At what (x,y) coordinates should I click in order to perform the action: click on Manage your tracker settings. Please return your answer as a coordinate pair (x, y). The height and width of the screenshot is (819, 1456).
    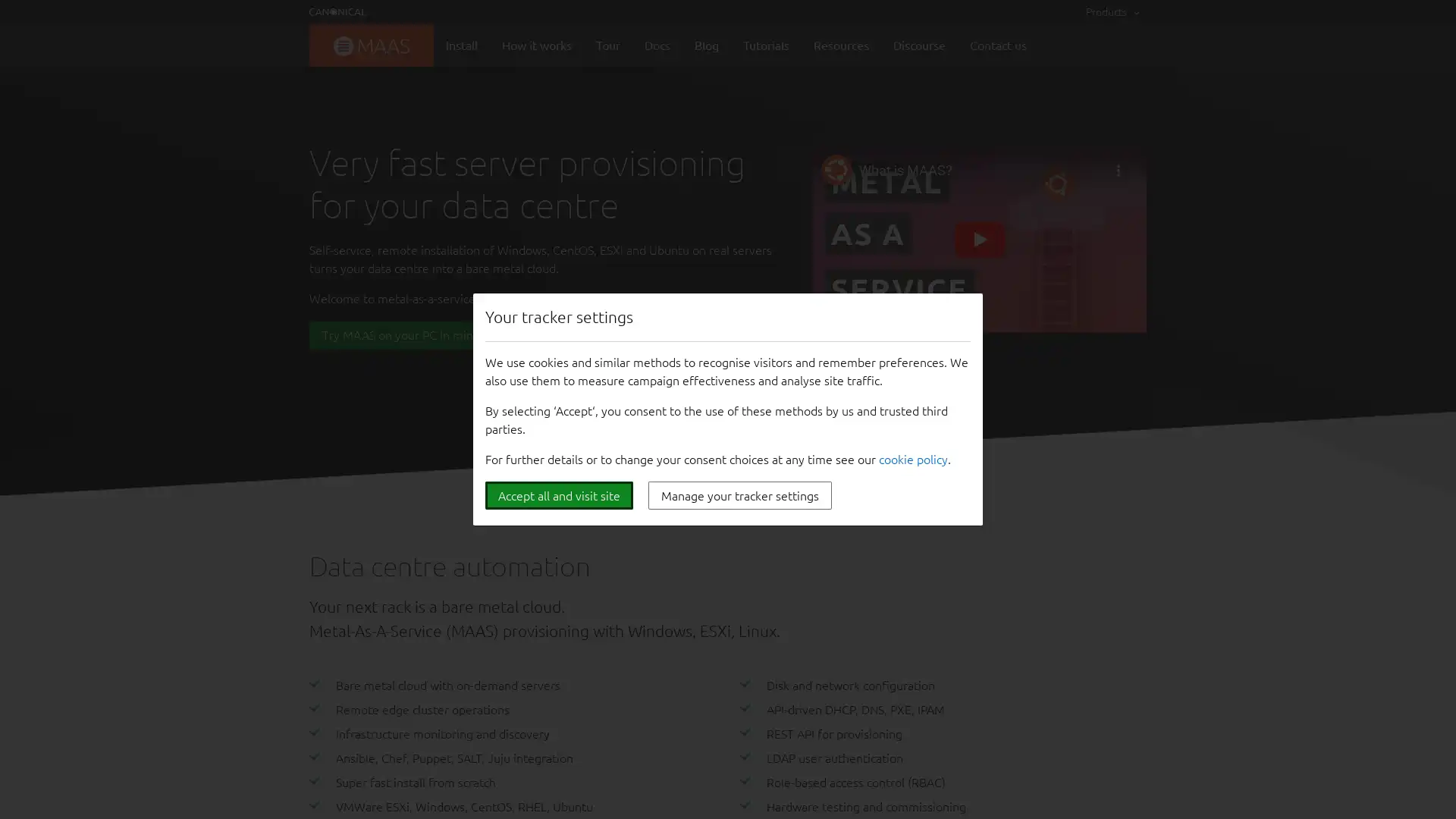
    Looking at the image, I should click on (739, 495).